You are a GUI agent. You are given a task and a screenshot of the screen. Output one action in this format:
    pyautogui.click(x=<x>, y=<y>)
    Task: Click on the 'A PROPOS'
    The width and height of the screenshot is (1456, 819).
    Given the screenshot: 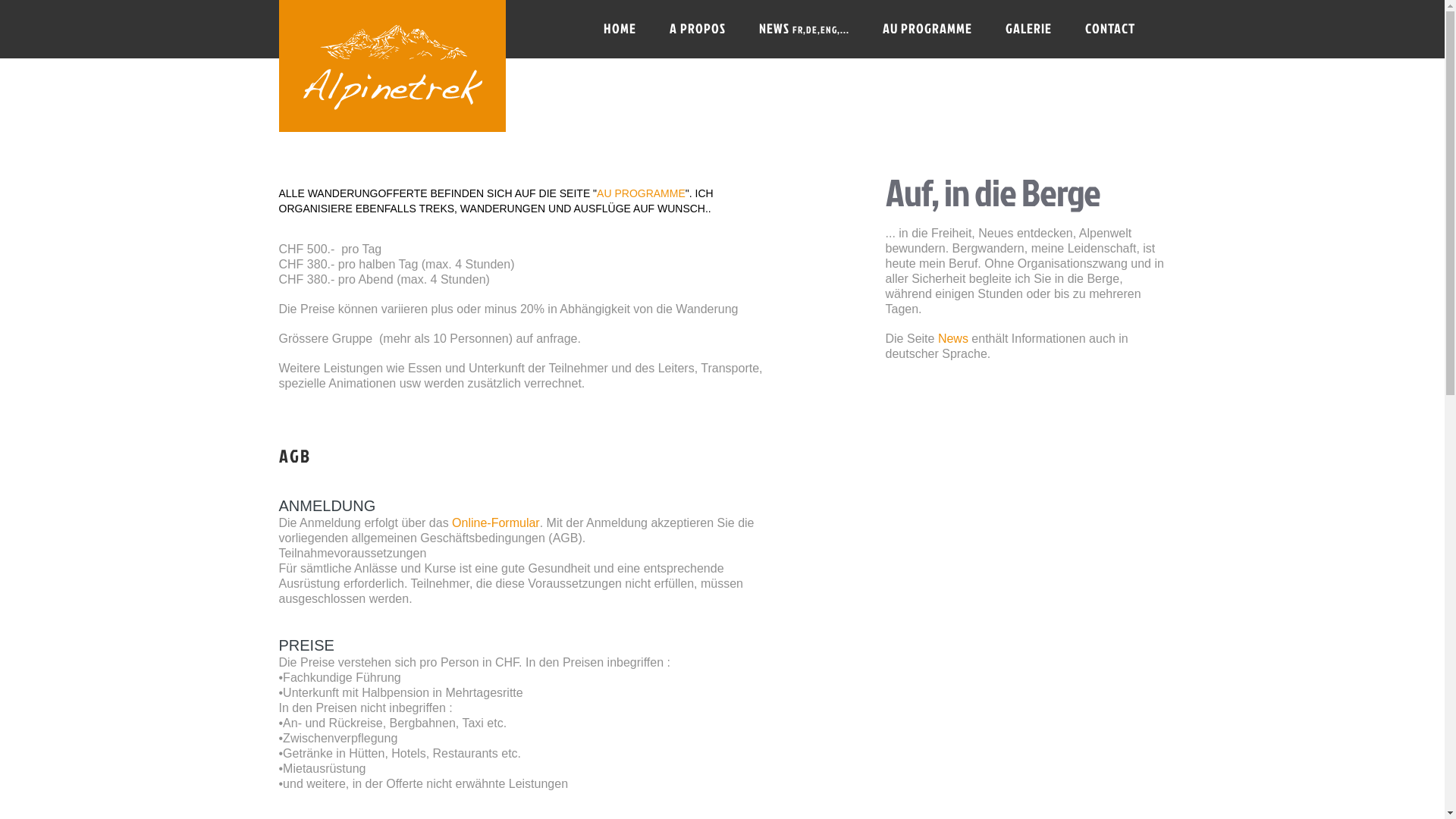 What is the action you would take?
    pyautogui.click(x=695, y=29)
    